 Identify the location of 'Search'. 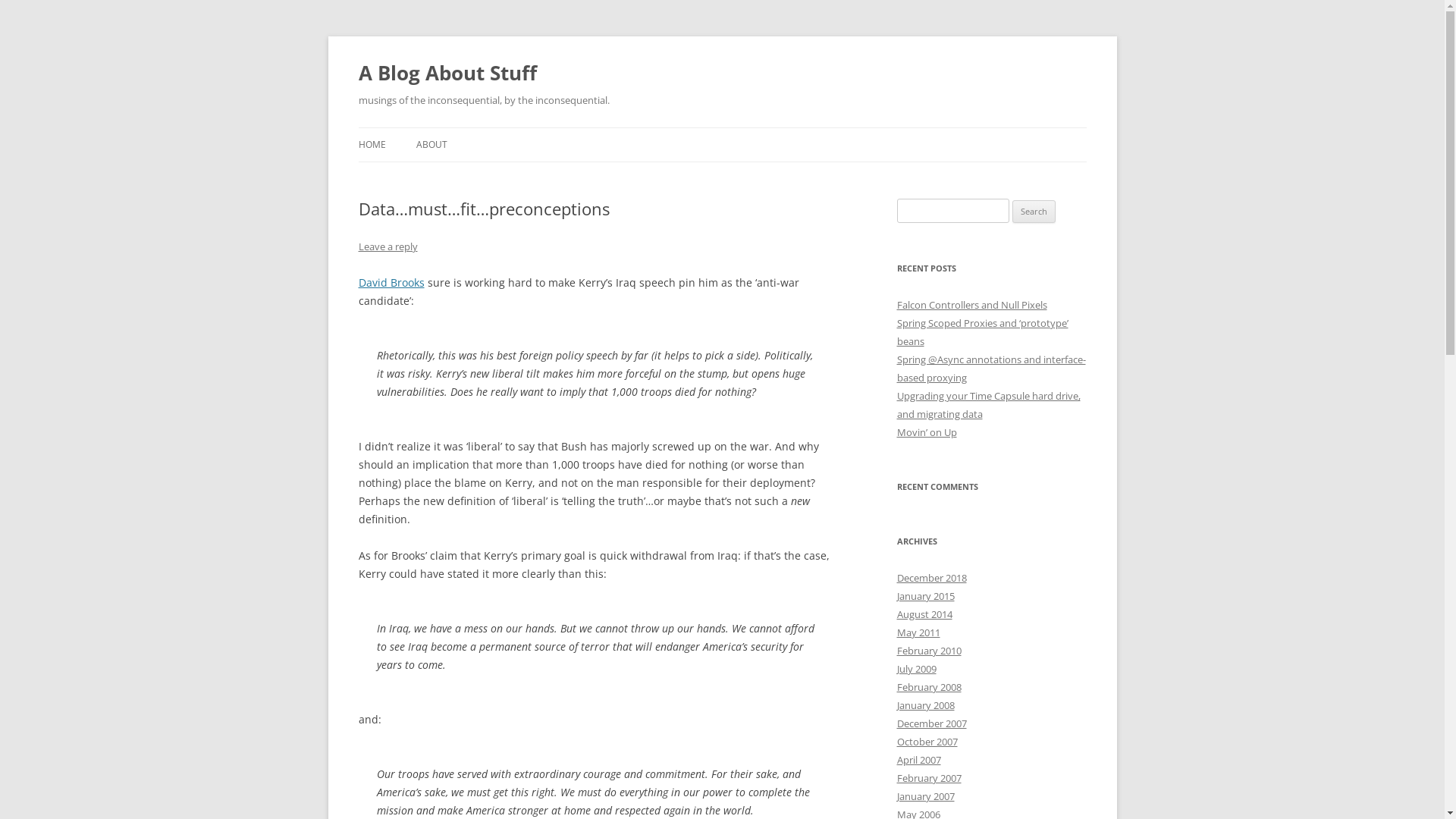
(1033, 211).